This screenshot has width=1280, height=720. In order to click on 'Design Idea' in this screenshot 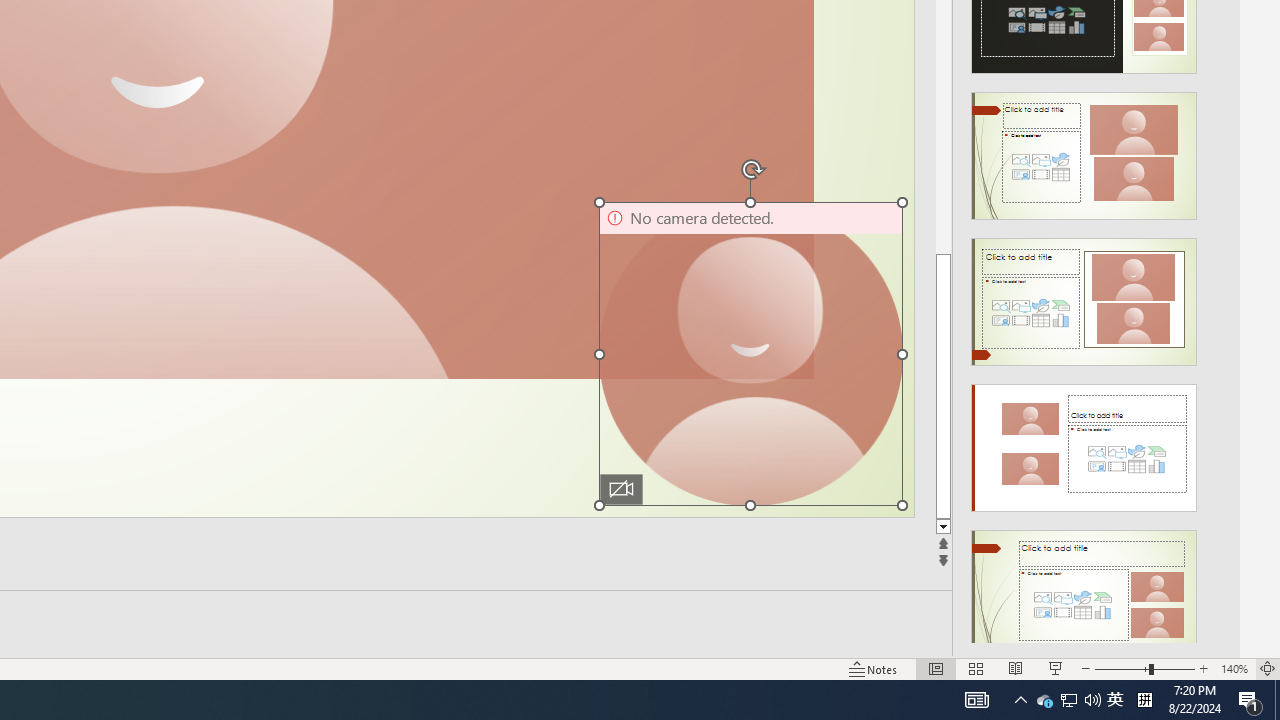, I will do `click(1083, 586)`.